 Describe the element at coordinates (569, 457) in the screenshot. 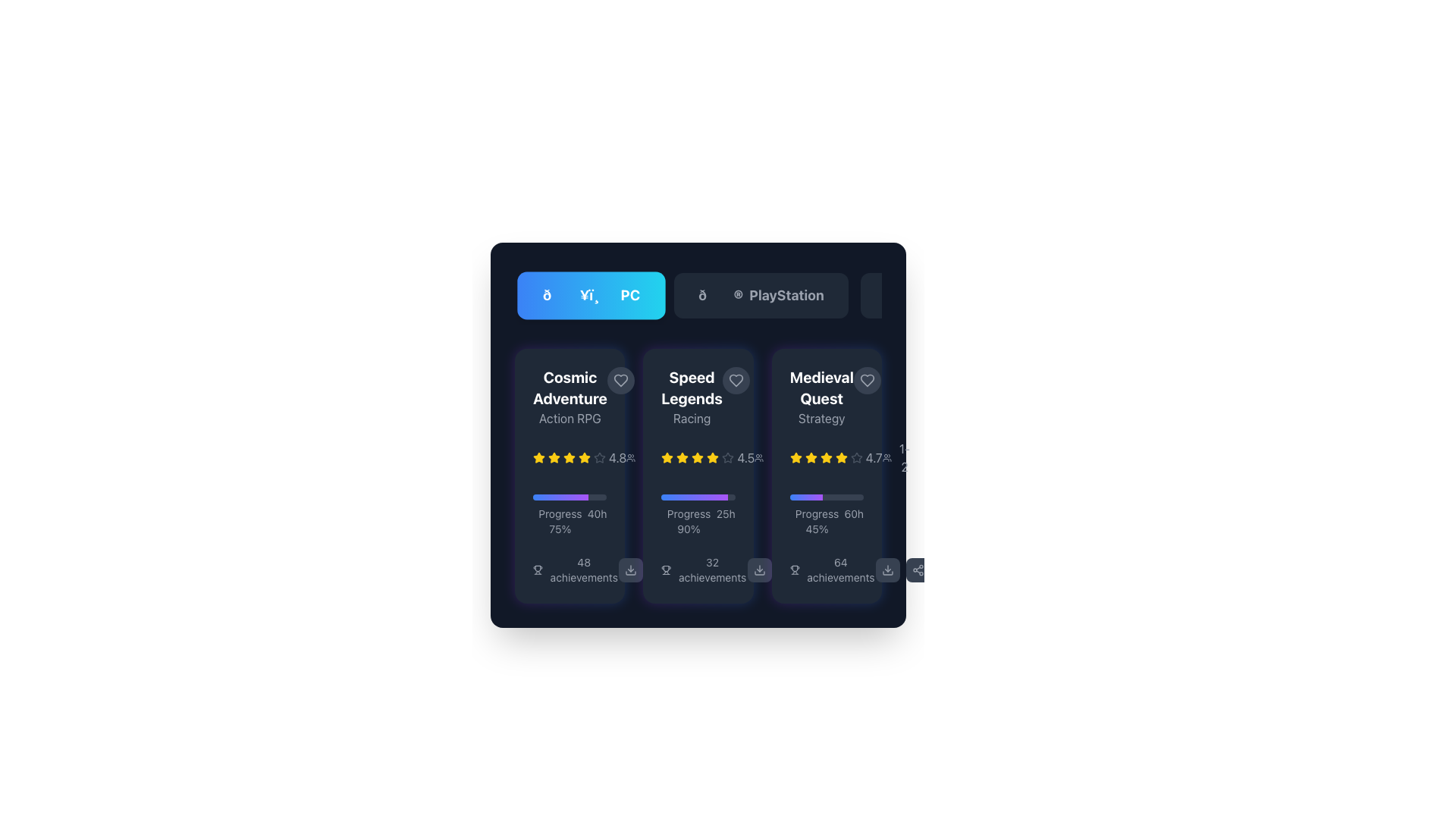

I see `the rating value displayed in the rating indicator for the game 'Cosmic Adventure', which shows an overall rating of 4.8 stars` at that location.